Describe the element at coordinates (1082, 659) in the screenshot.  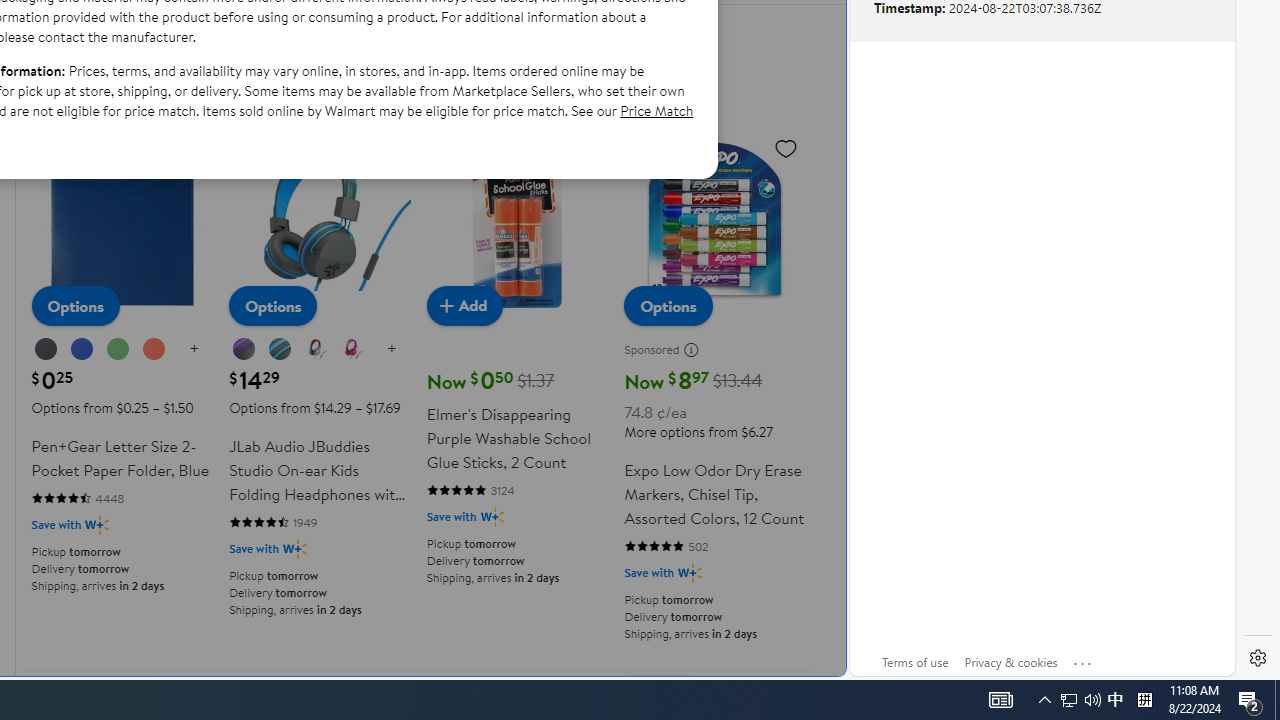
I see `'Click here for troubleshooting information'` at that location.